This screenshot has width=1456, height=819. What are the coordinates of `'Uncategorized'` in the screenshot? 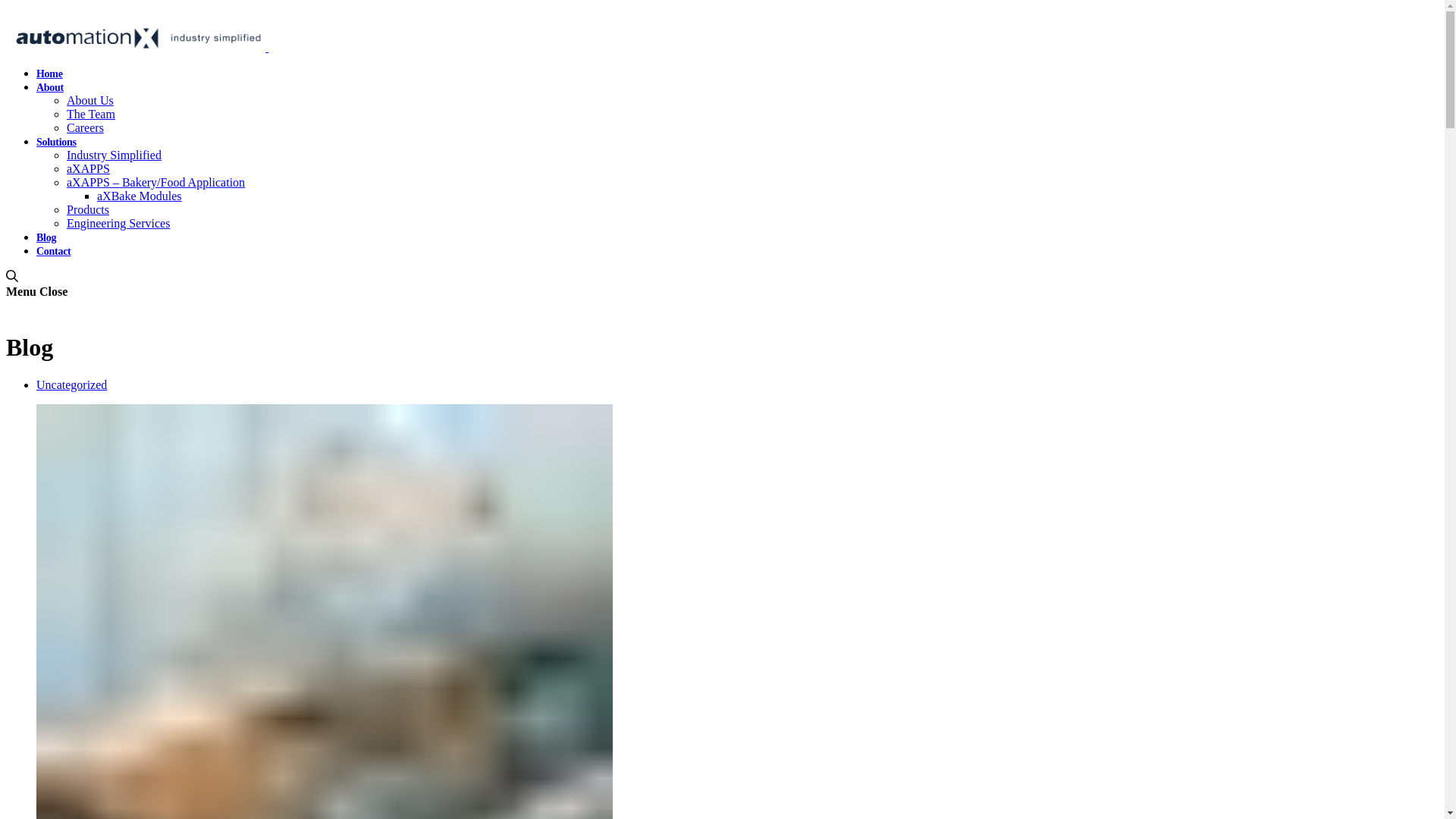 It's located at (71, 384).